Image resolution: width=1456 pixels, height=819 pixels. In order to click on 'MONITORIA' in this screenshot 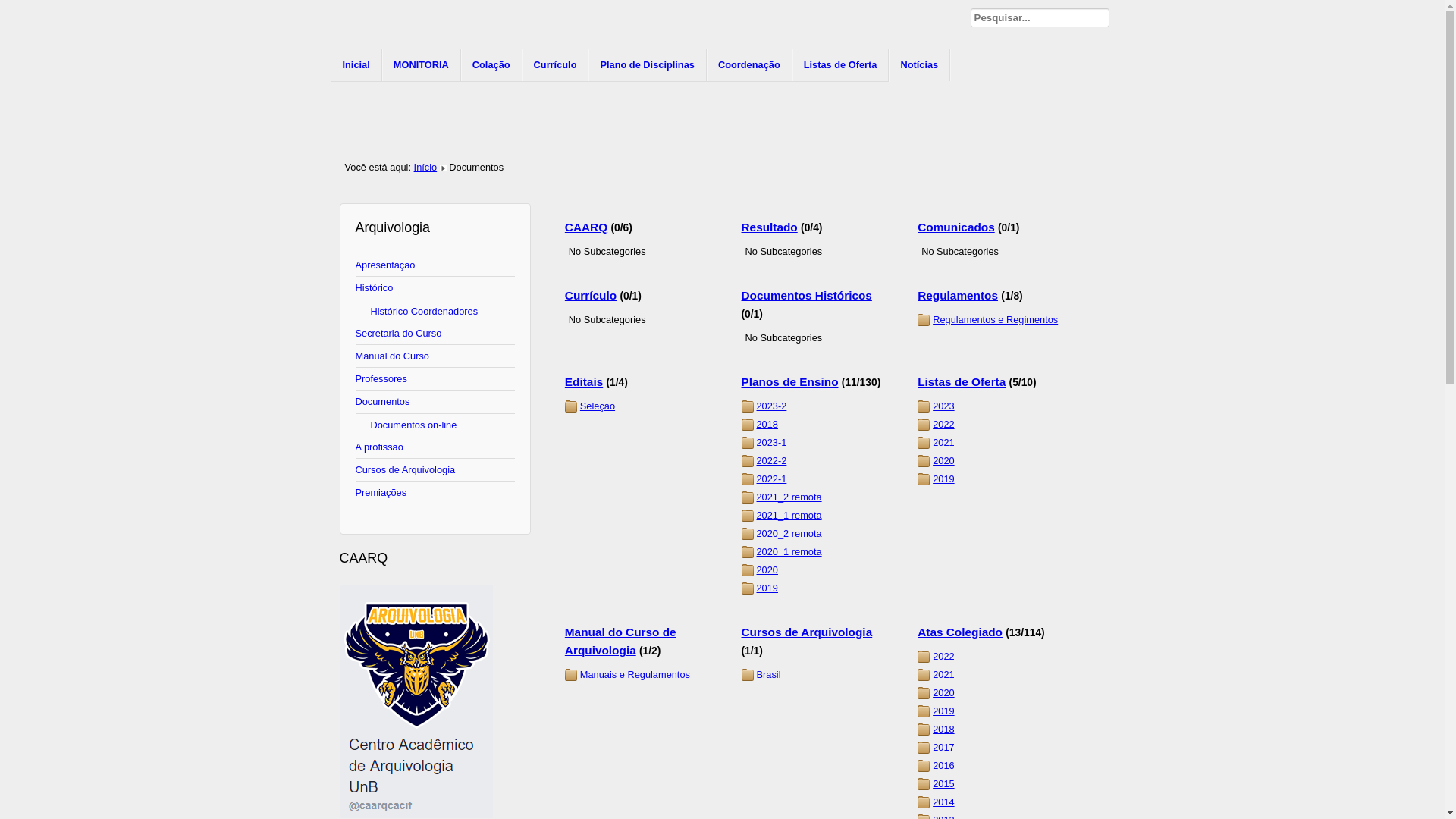, I will do `click(422, 64)`.